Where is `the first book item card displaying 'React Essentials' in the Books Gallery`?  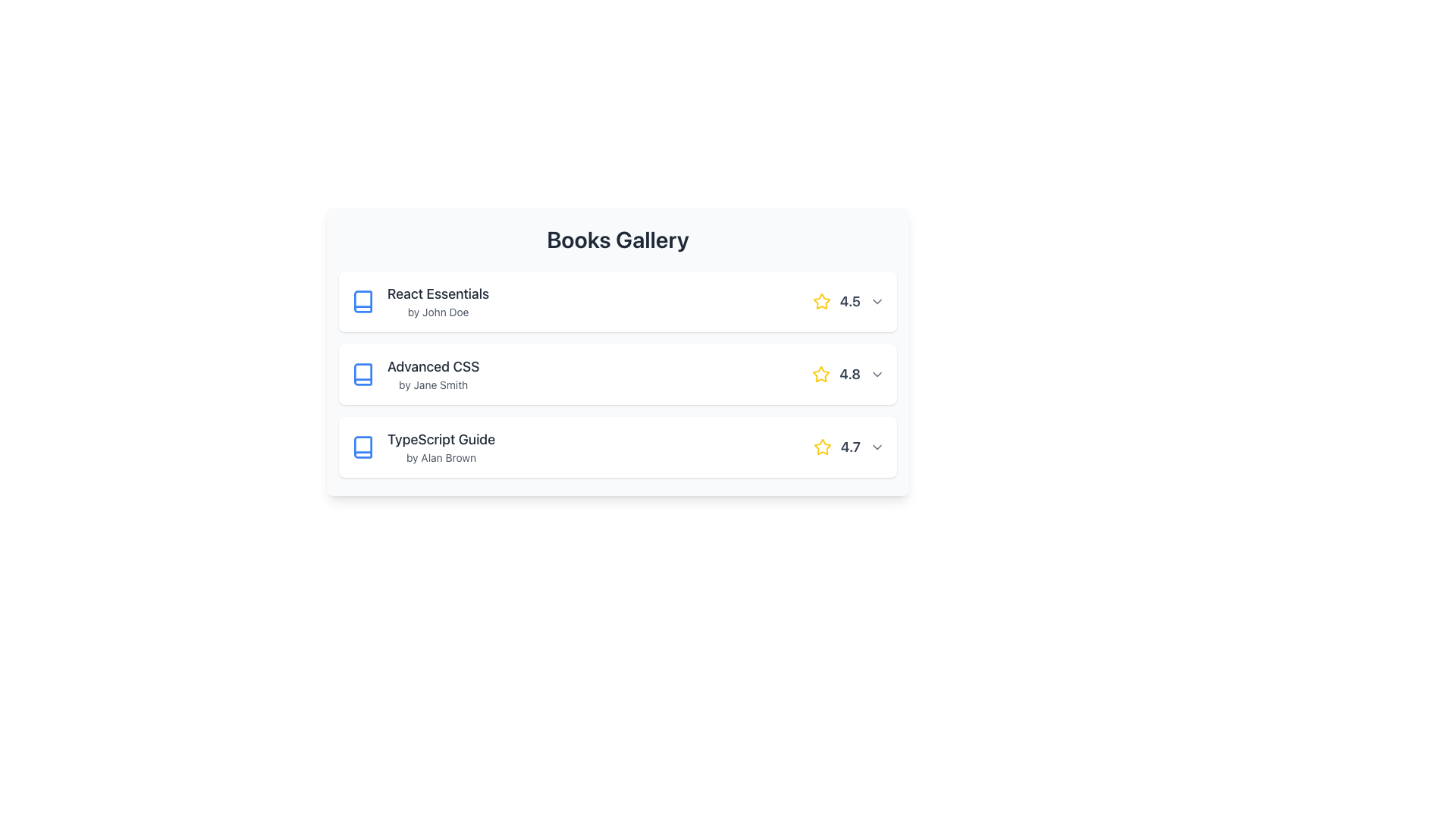 the first book item card displaying 'React Essentials' in the Books Gallery is located at coordinates (618, 301).